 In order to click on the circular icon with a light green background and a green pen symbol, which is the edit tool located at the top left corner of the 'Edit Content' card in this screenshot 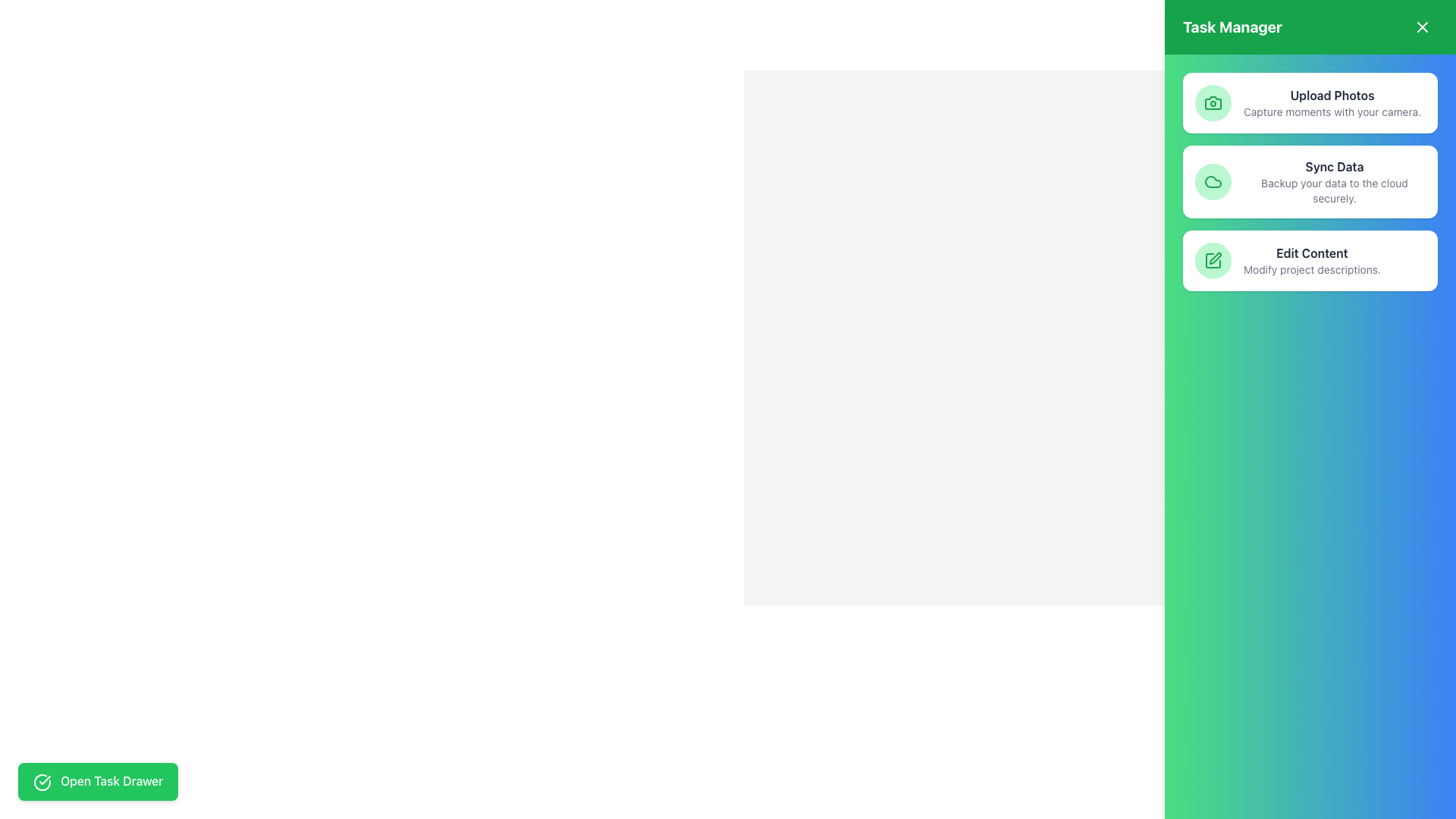, I will do `click(1212, 259)`.